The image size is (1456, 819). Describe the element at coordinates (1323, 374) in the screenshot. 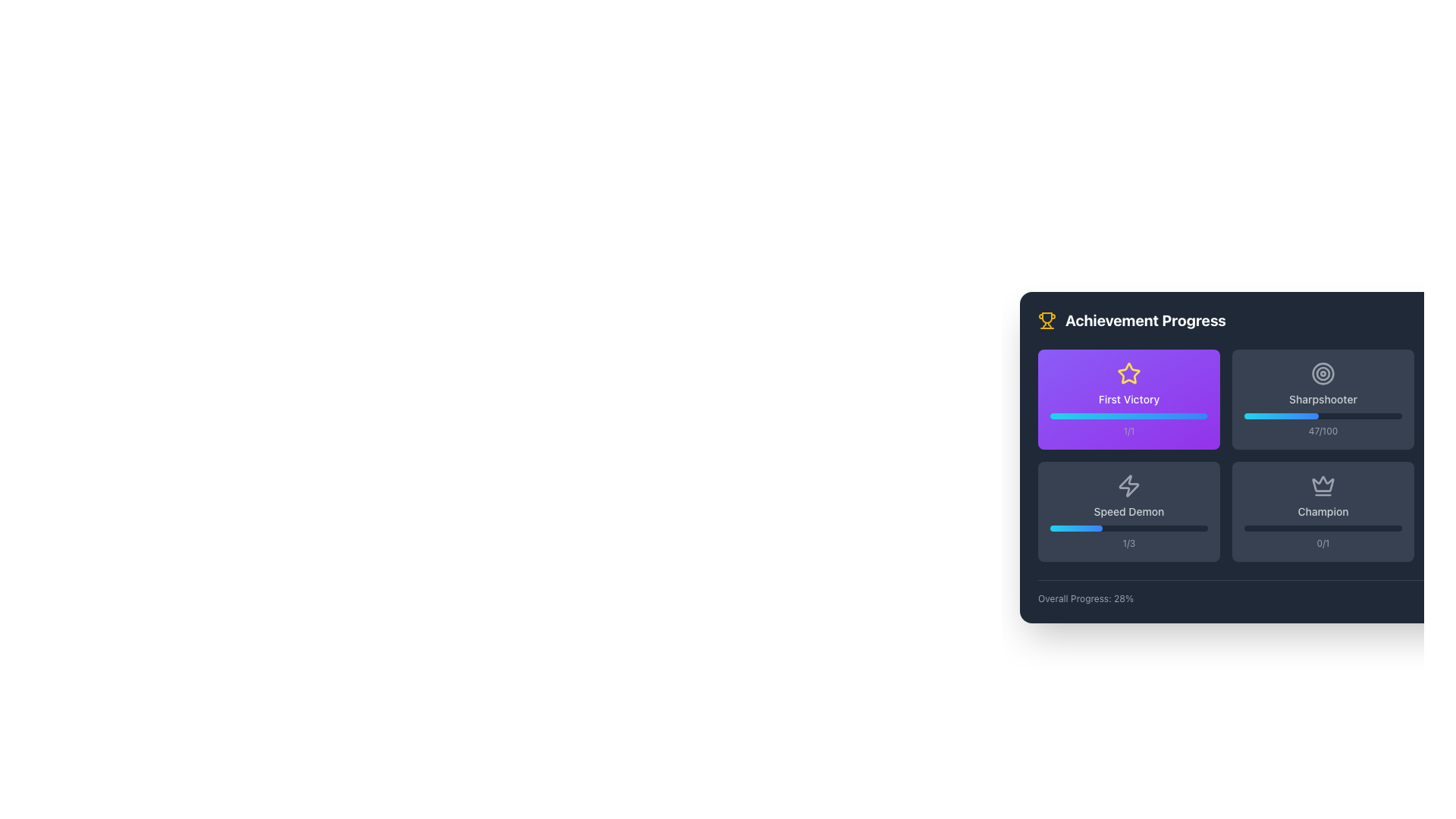

I see `the circular target icon with a gray outline located at the top-center of the 'Sharpshooter' card in the 'Achievement Progress' section` at that location.